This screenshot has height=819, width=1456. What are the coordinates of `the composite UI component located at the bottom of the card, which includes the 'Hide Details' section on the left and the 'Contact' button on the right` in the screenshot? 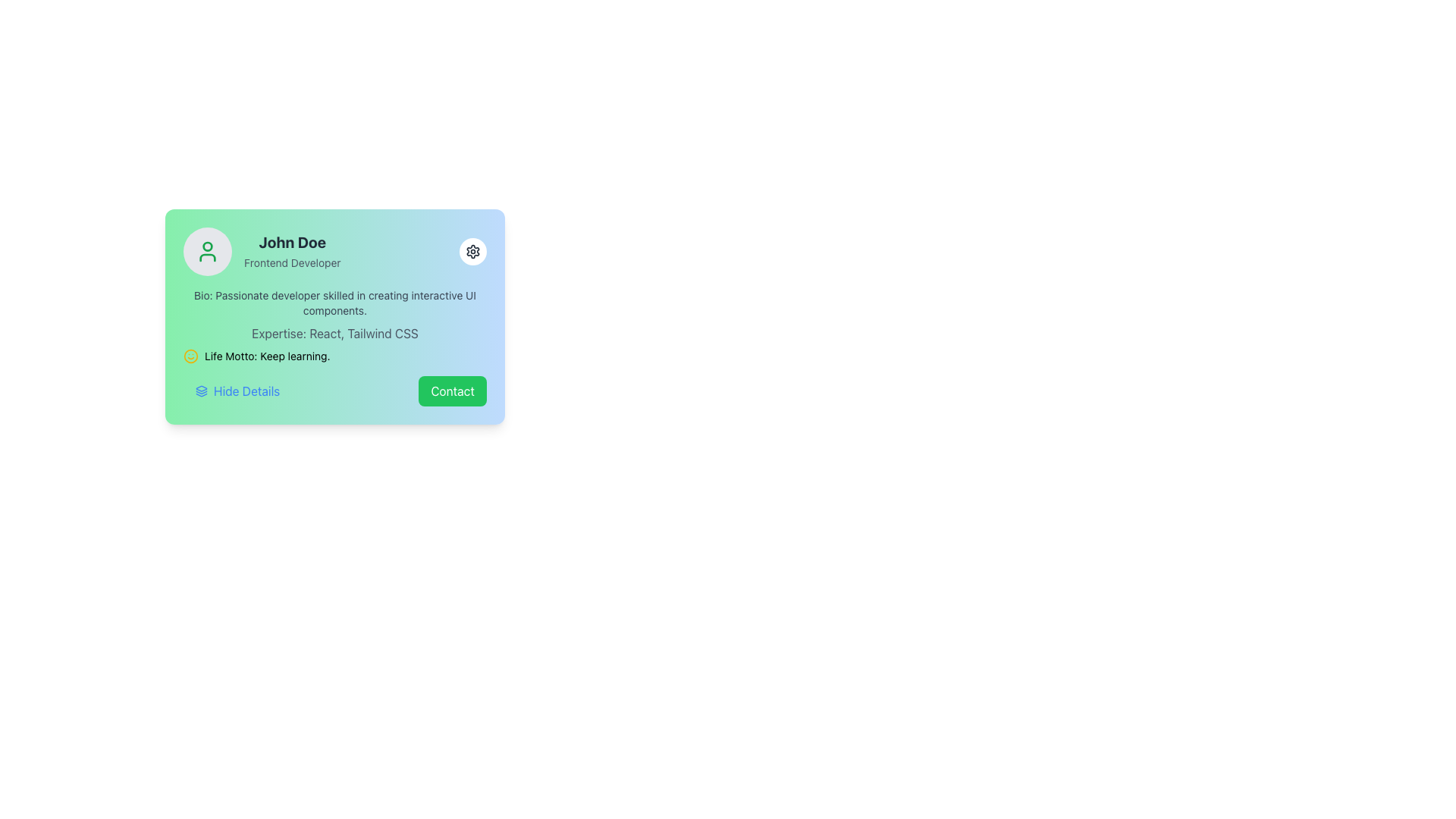 It's located at (334, 391).